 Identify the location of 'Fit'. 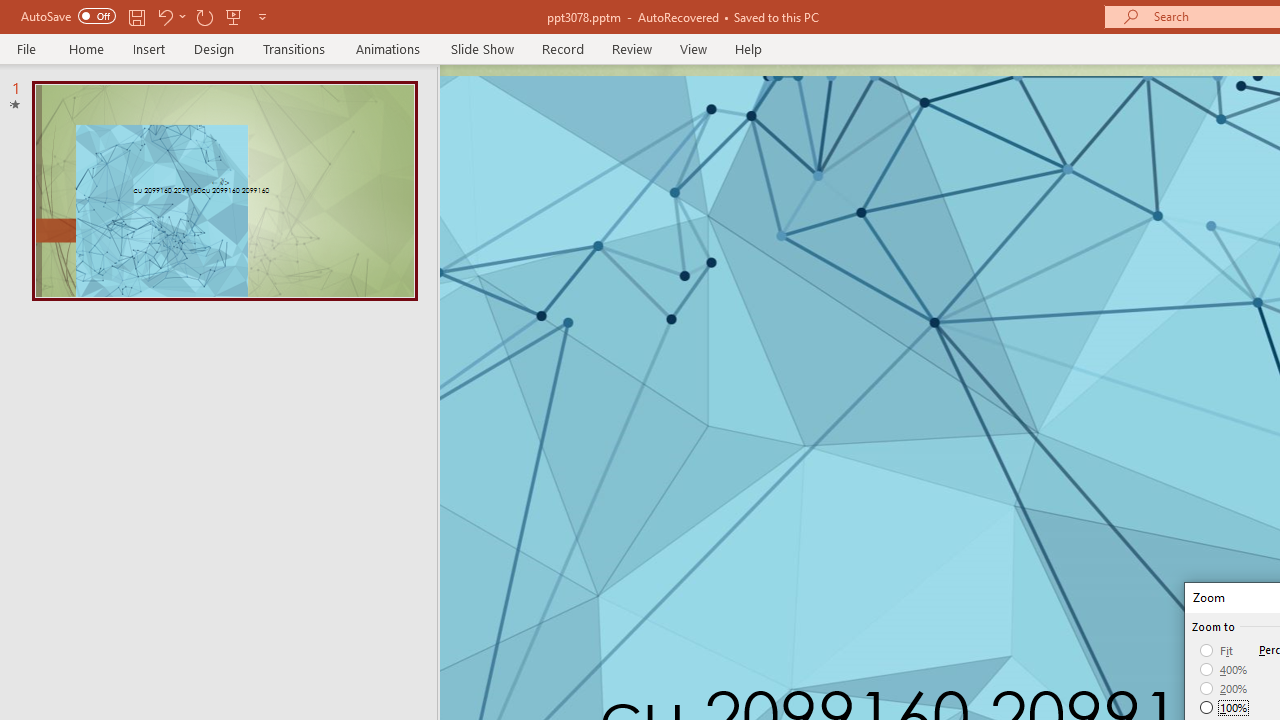
(1216, 650).